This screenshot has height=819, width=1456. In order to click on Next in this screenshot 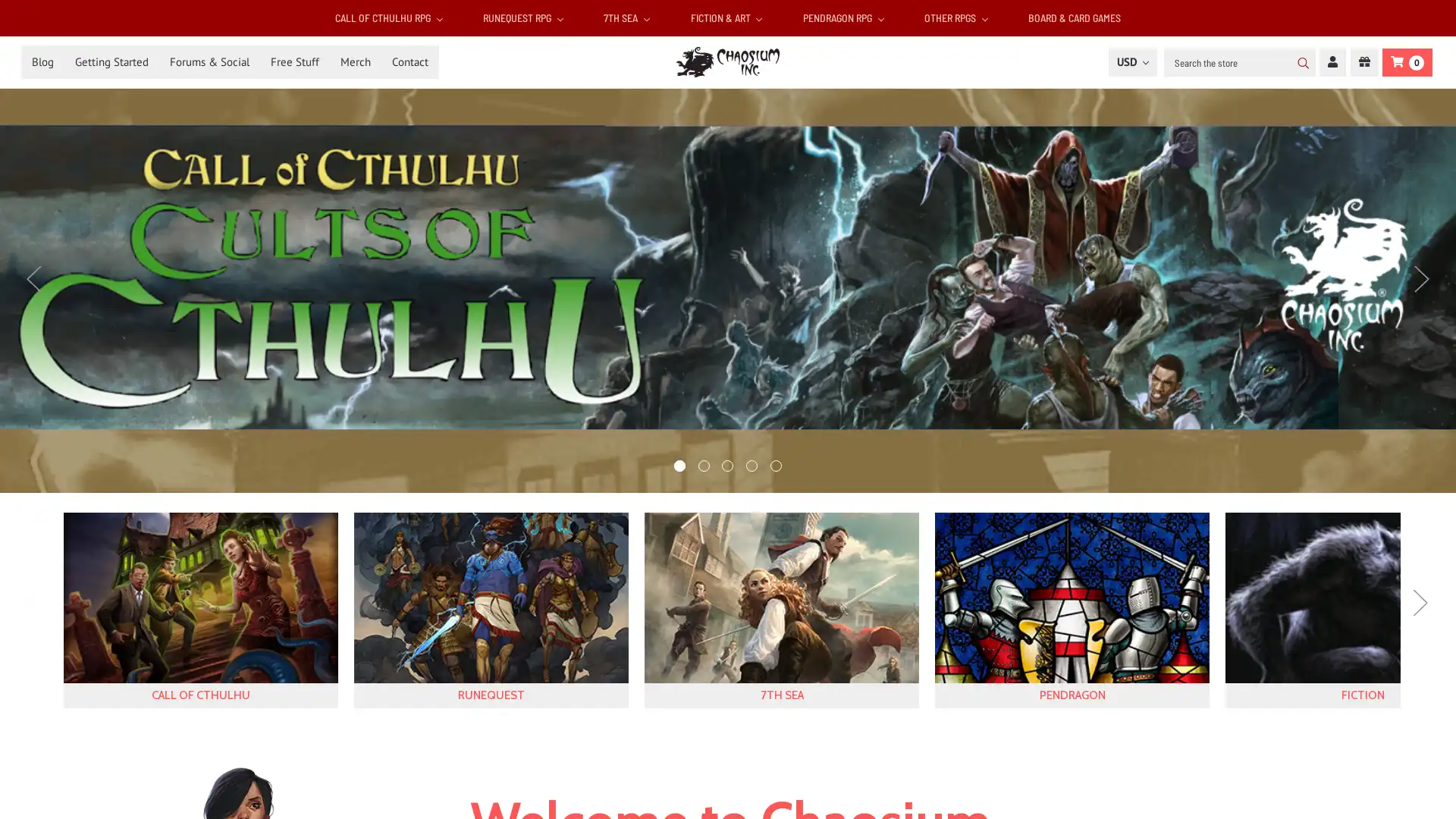, I will do `click(1419, 617)`.